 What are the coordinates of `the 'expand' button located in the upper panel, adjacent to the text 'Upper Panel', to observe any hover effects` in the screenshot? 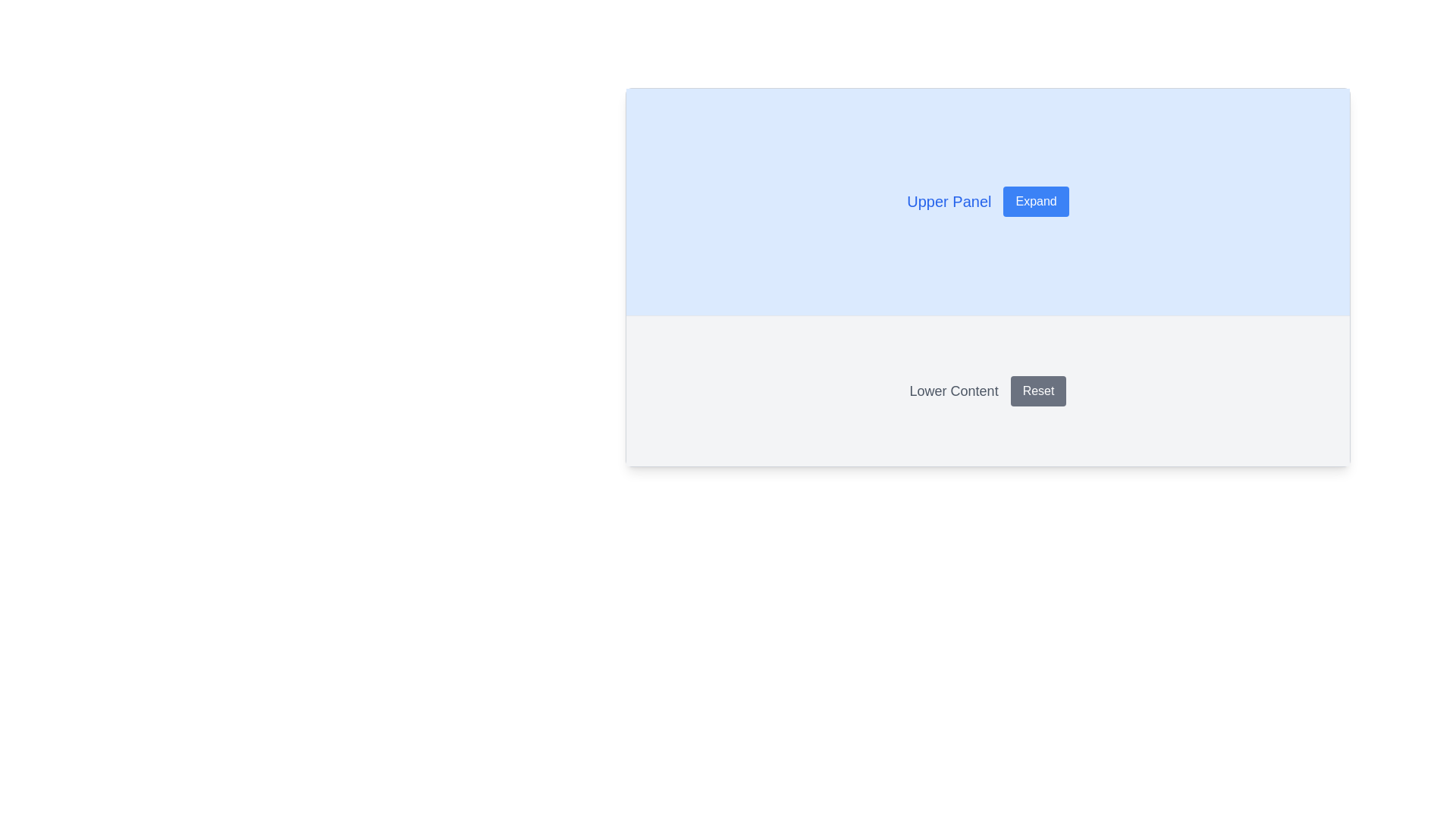 It's located at (1035, 201).